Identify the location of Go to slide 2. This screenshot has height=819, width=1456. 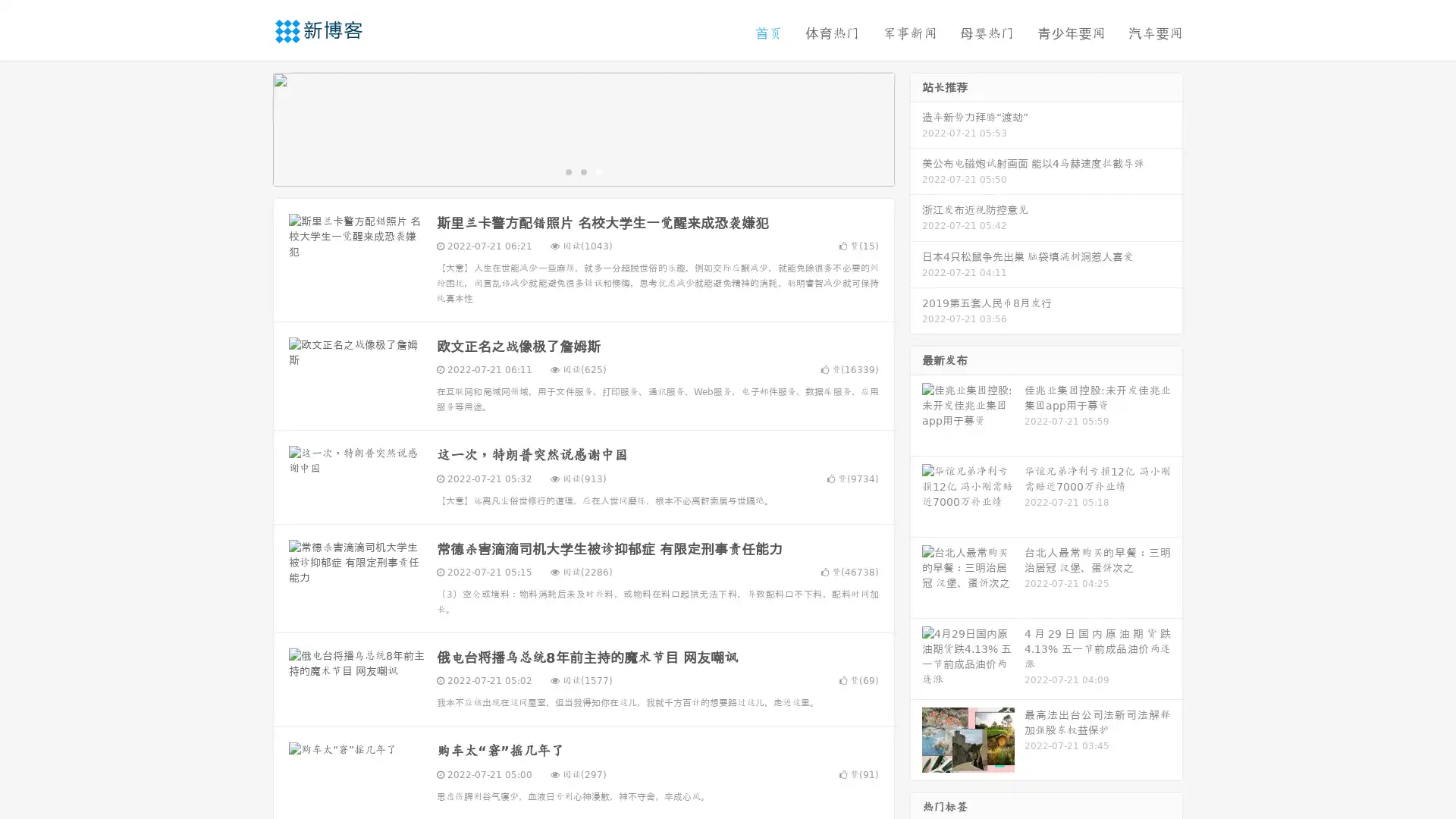
(582, 171).